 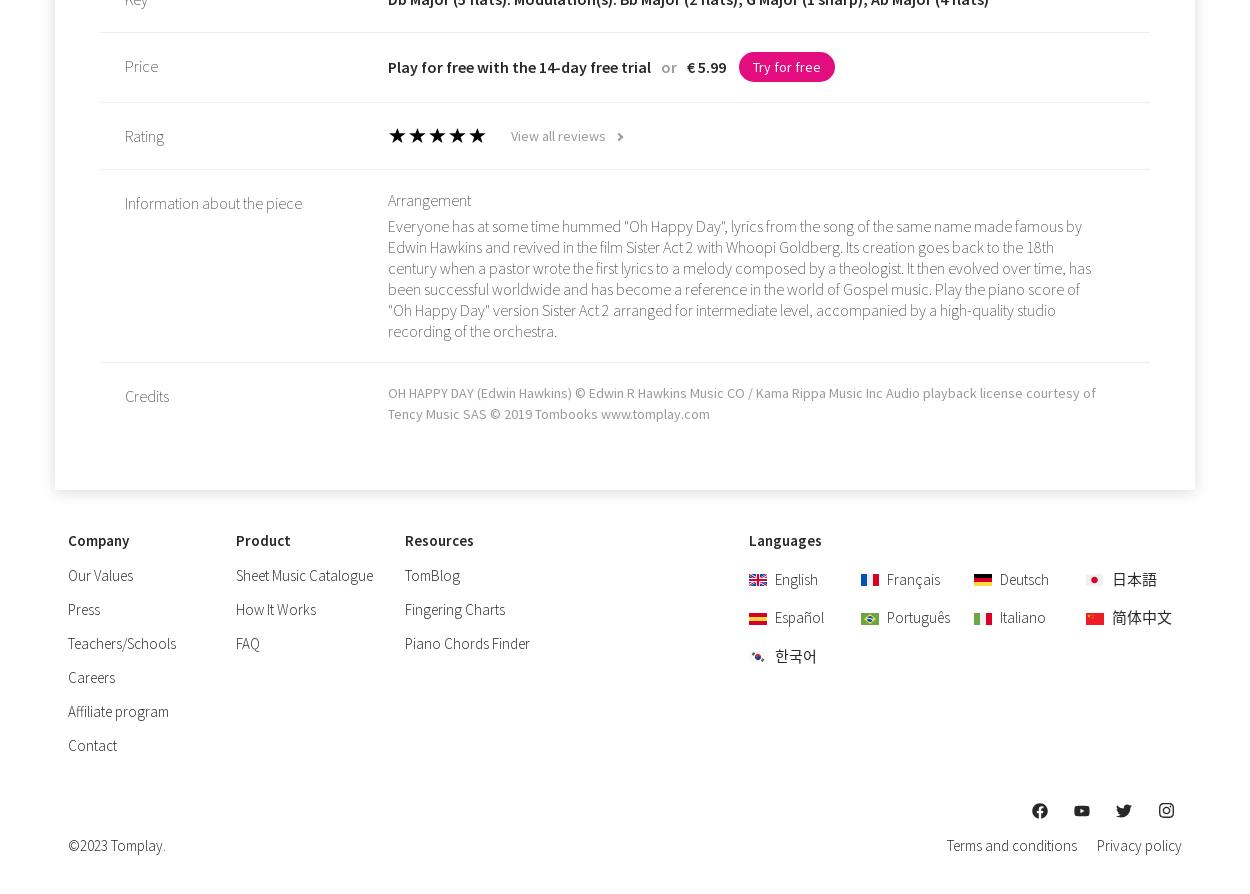 What do you see at coordinates (263, 540) in the screenshot?
I see `'Product'` at bounding box center [263, 540].